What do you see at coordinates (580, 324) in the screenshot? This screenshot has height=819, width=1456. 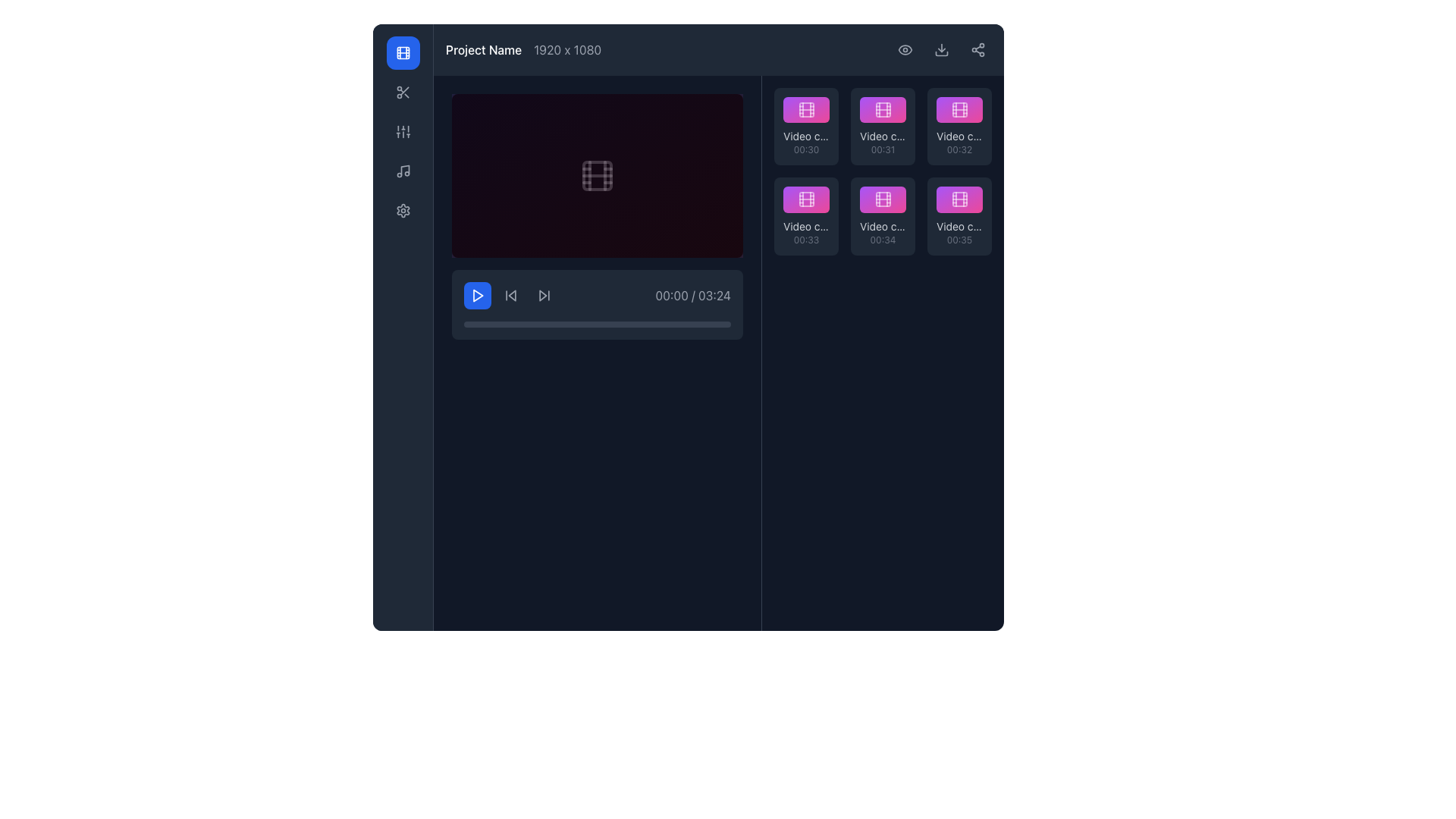 I see `the progress bar` at bounding box center [580, 324].